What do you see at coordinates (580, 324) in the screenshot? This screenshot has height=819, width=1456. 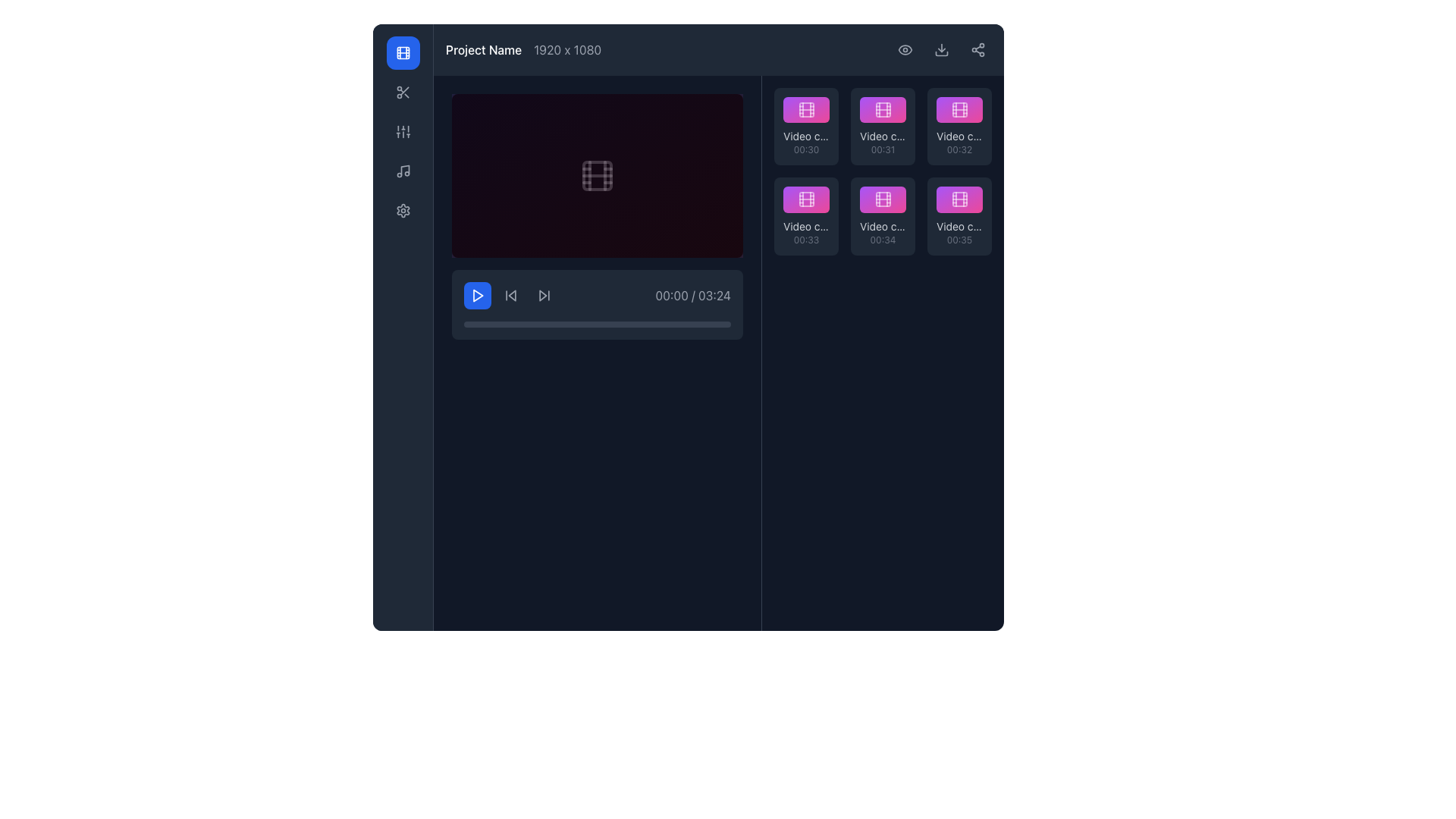 I see `the progress bar` at bounding box center [580, 324].